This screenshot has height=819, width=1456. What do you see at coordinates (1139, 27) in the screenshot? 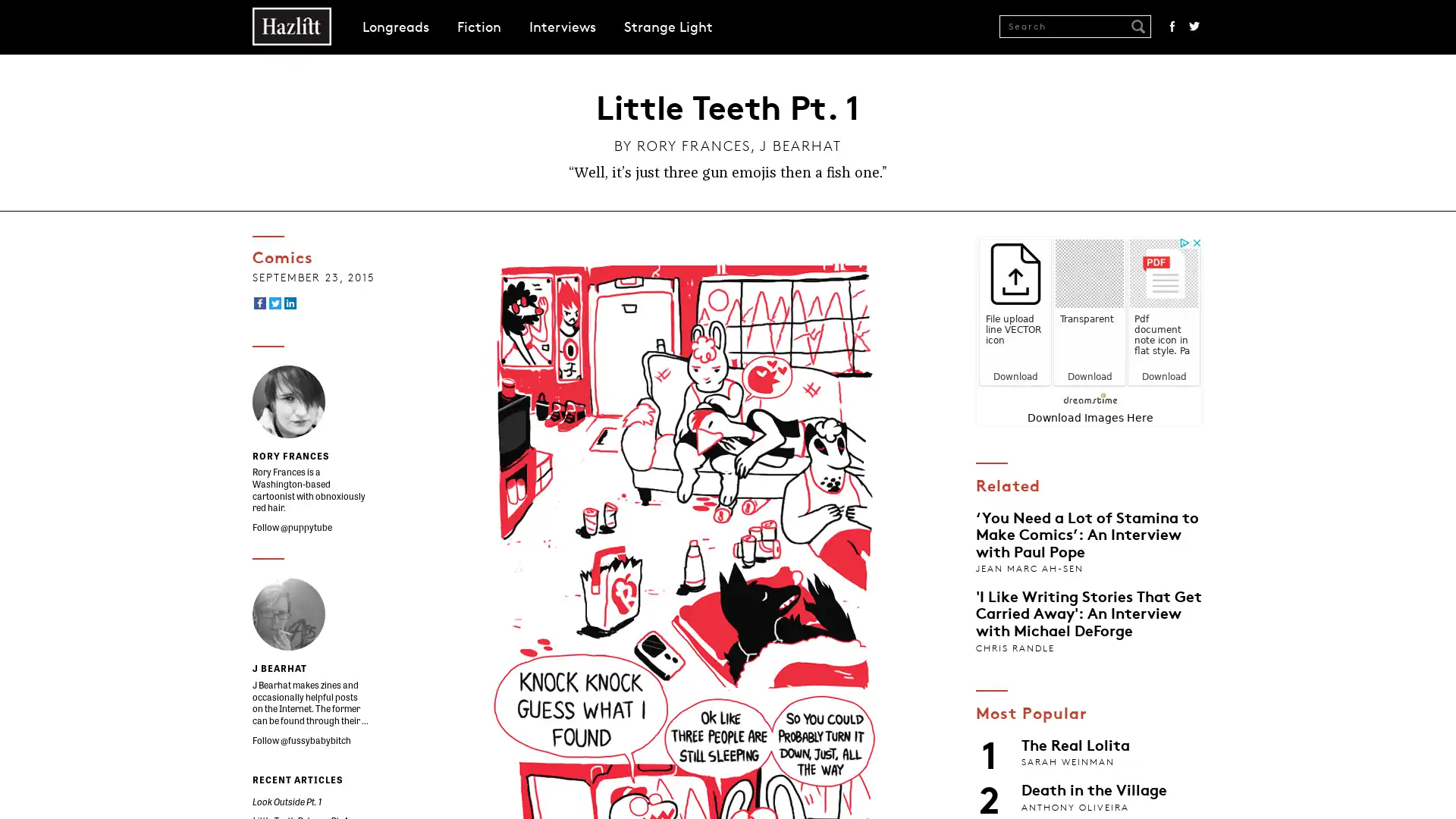
I see `Submit` at bounding box center [1139, 27].